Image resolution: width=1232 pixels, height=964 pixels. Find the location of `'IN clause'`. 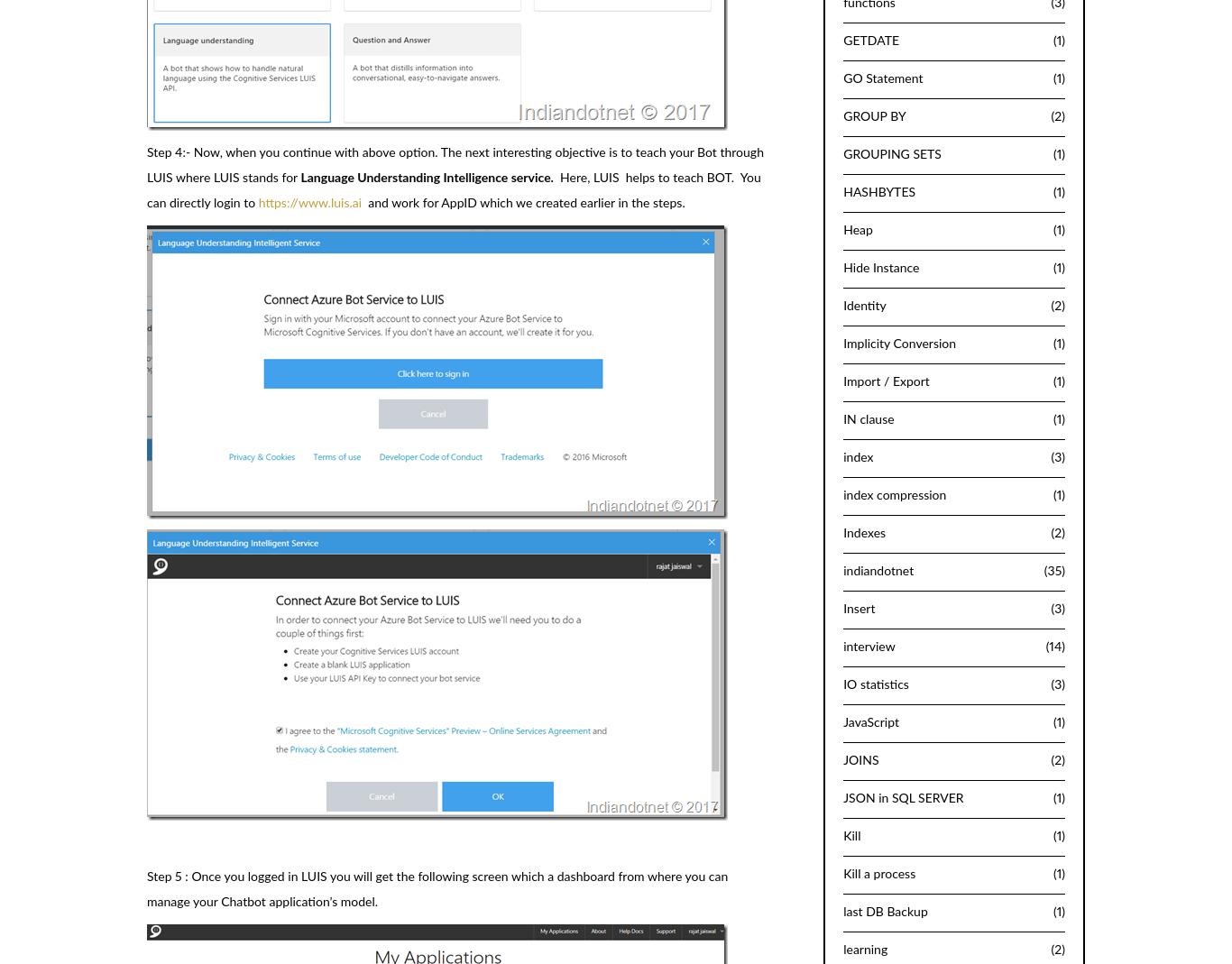

'IN clause' is located at coordinates (869, 418).